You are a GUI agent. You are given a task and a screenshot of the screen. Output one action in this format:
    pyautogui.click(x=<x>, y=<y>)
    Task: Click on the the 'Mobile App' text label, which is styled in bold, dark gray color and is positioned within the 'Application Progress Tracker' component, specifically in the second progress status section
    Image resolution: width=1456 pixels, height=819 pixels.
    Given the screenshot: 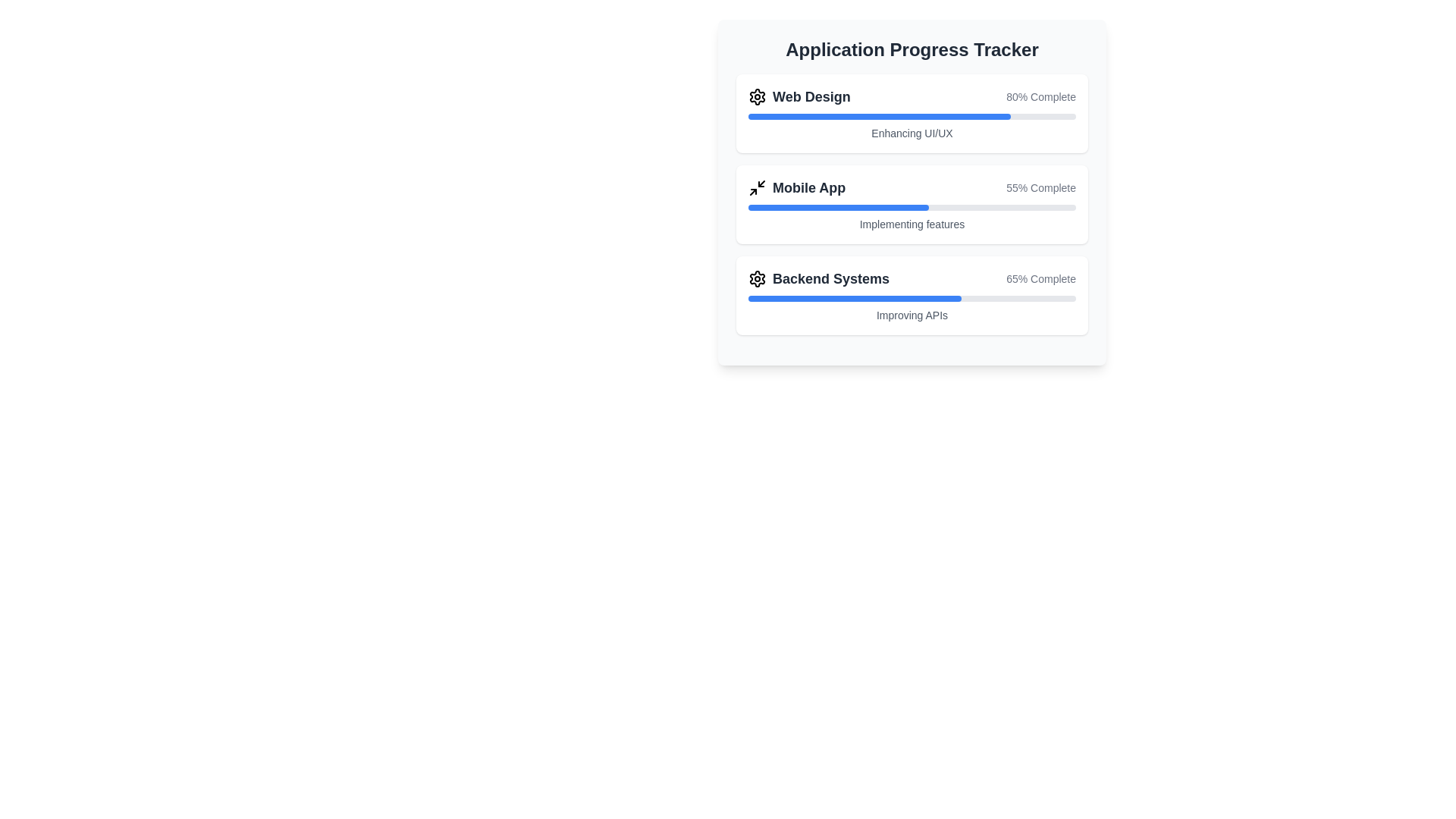 What is the action you would take?
    pyautogui.click(x=808, y=187)
    